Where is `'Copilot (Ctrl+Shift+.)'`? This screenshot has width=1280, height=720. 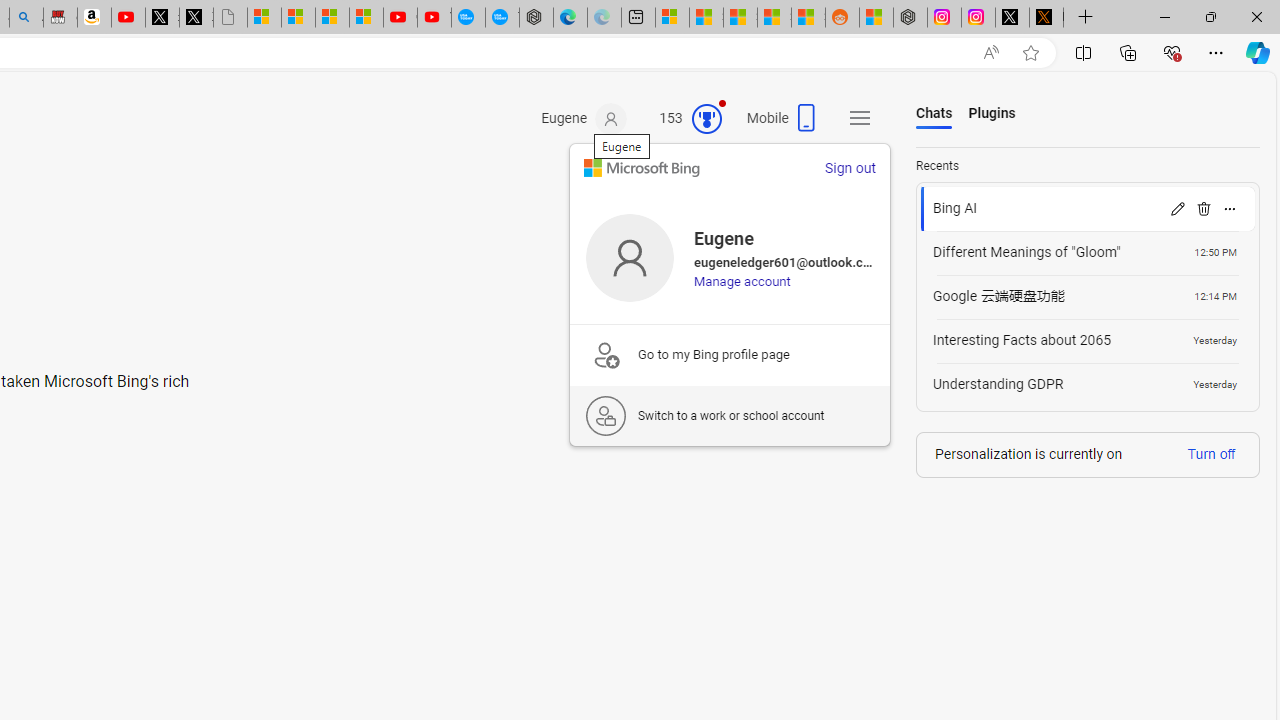
'Copilot (Ctrl+Shift+.)' is located at coordinates (1257, 51).